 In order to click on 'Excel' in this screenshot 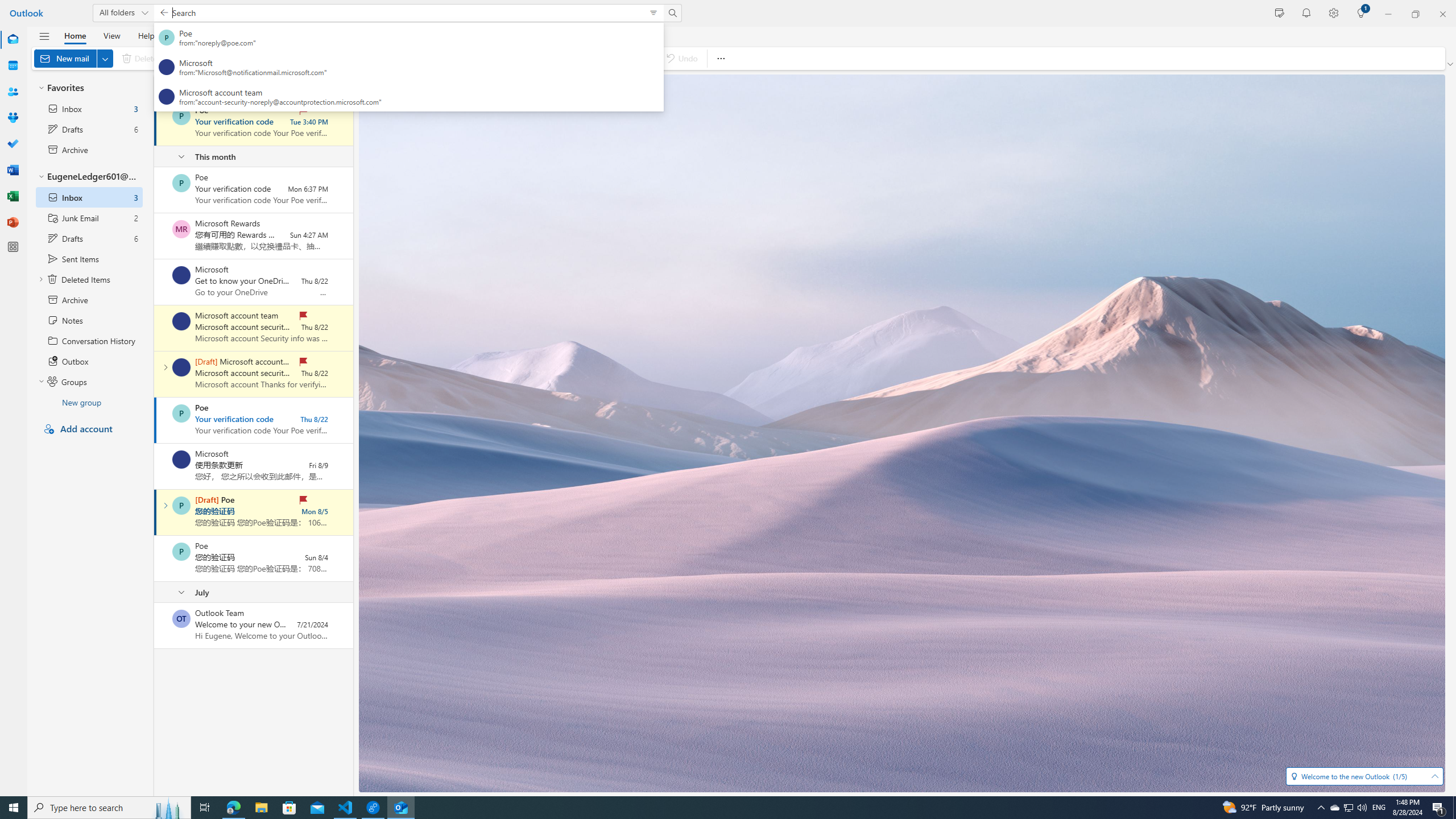, I will do `click(13, 196)`.